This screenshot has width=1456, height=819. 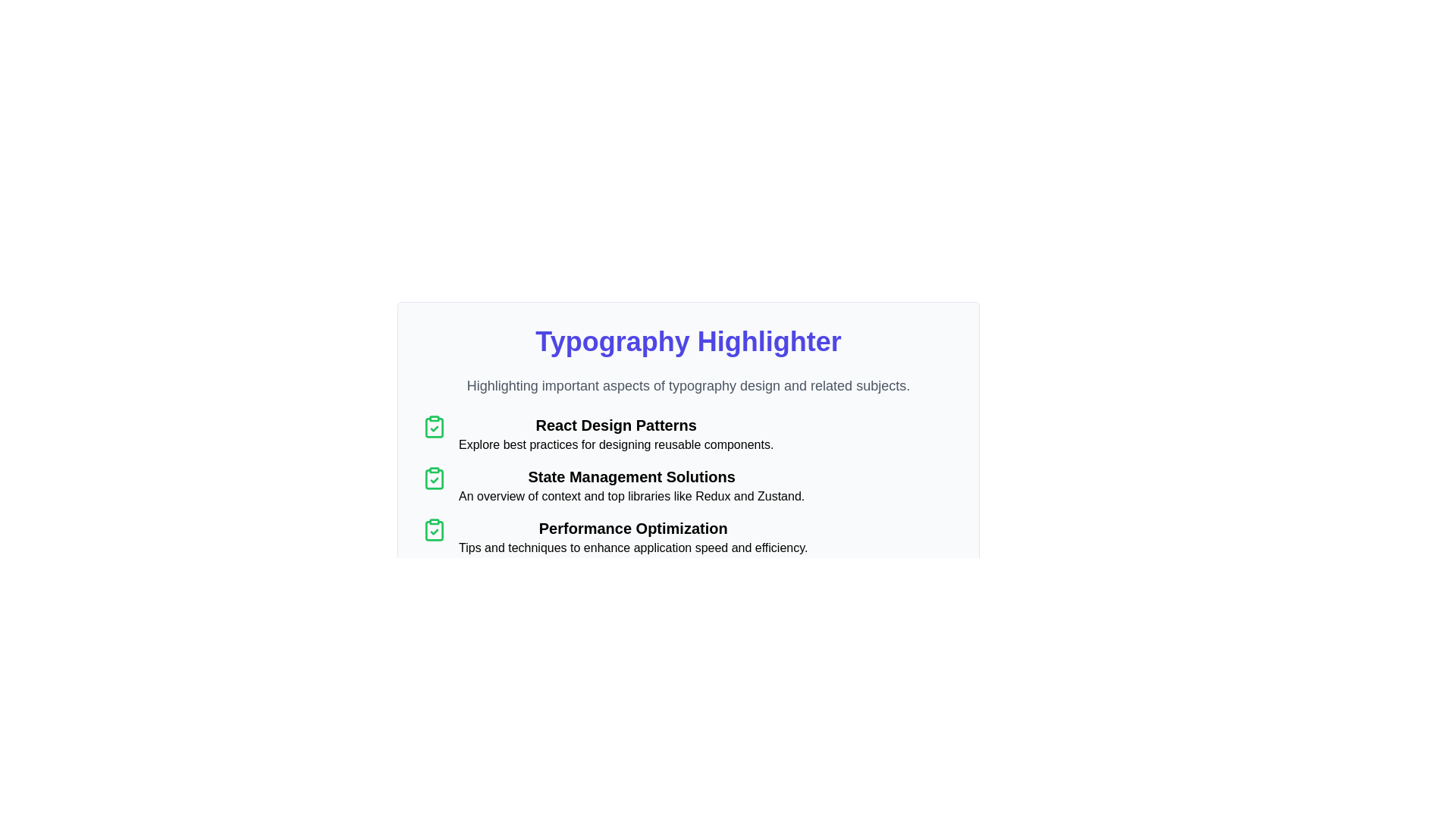 What do you see at coordinates (433, 529) in the screenshot?
I see `the icon representing the completion or success of 'Performance Optimization'` at bounding box center [433, 529].